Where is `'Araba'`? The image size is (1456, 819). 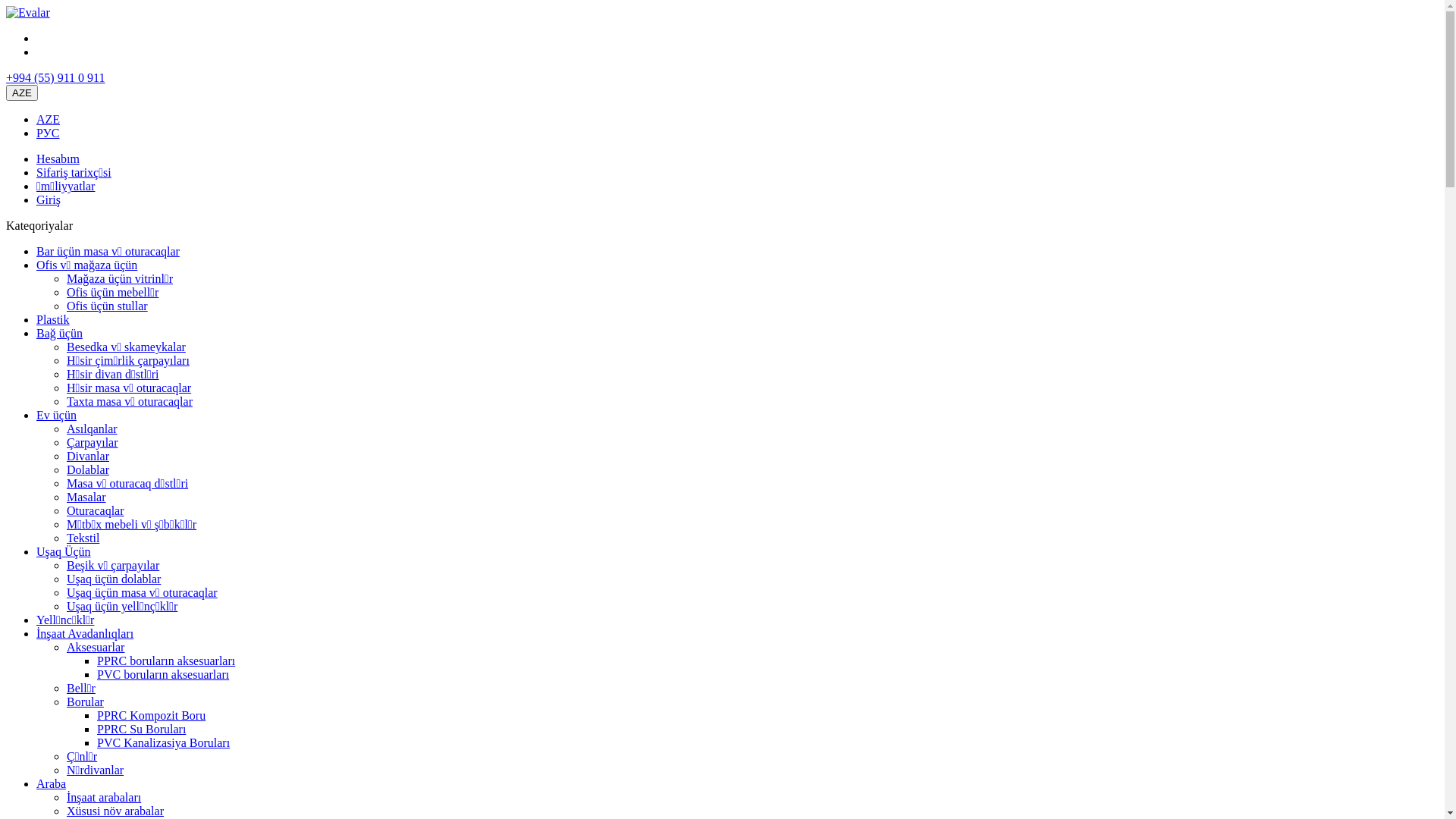
'Araba' is located at coordinates (51, 783).